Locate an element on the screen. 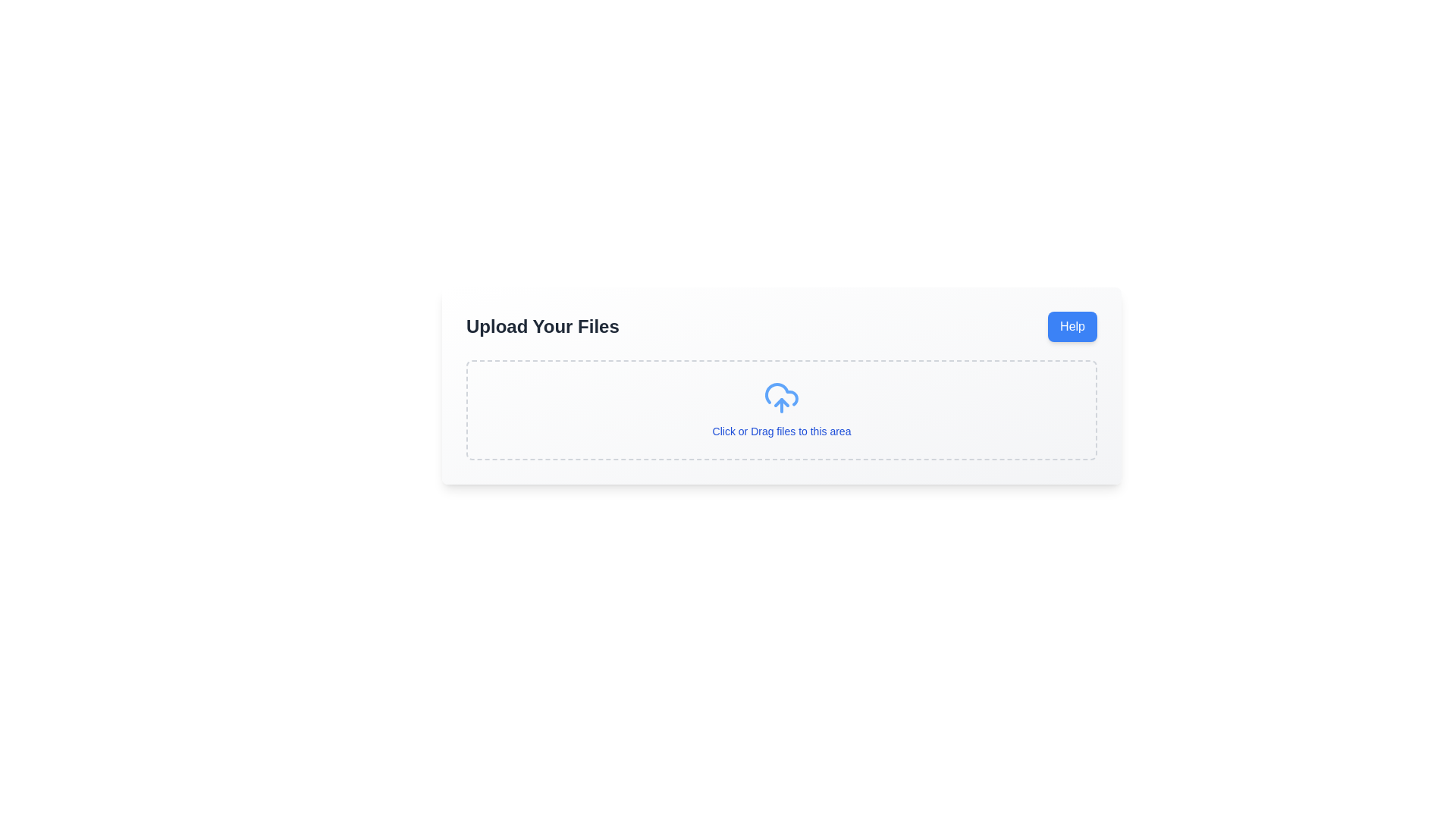 This screenshot has height=819, width=1456. the file upload area located below the 'Upload Your Files' header and to the left of the 'Help' button is located at coordinates (782, 409).